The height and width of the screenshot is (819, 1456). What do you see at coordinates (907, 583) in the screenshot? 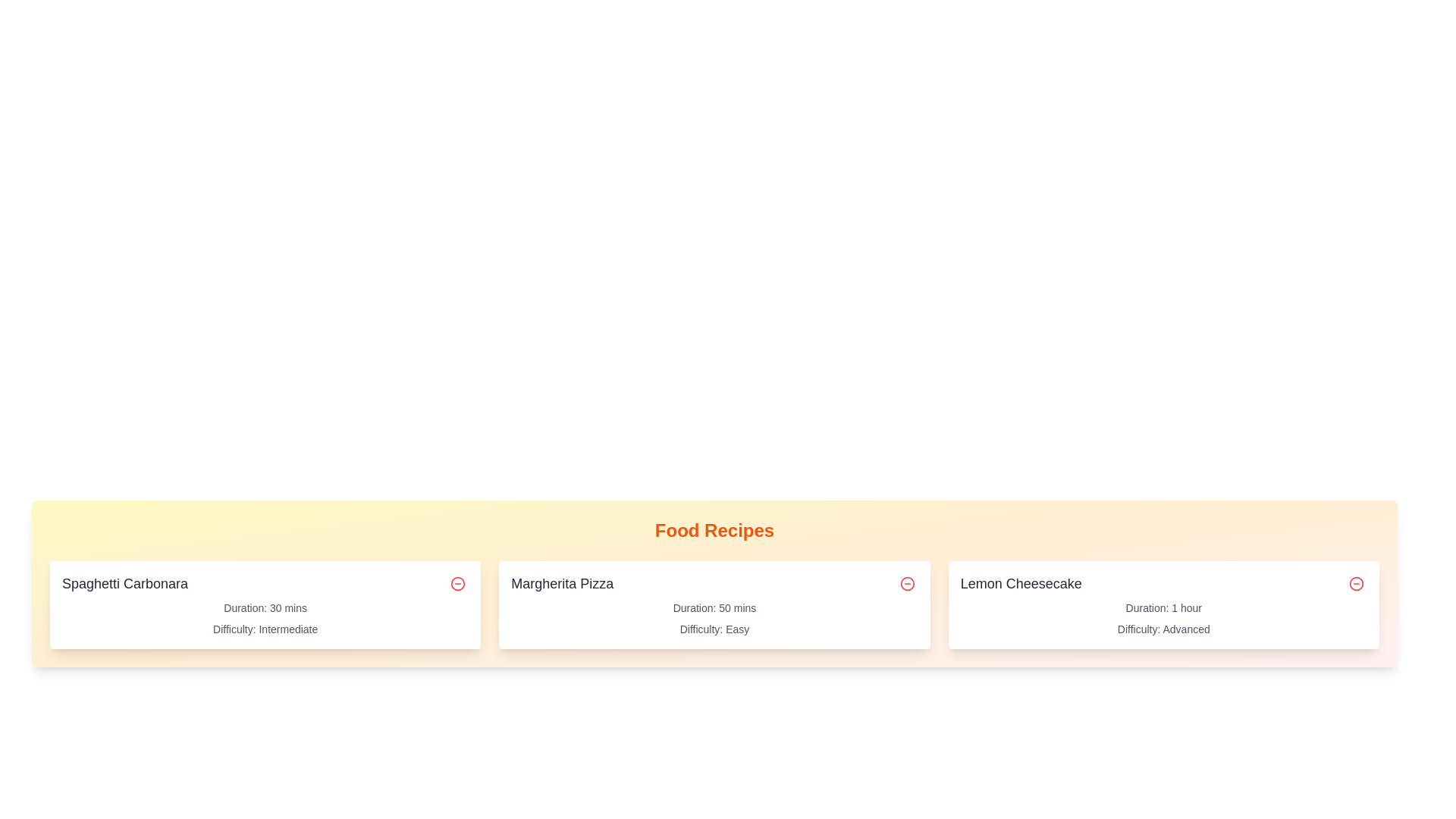
I see `the circular graphic of the minus icon for 'Margherita Pizza' in the 'Food Recipes' section by clicking on it` at bounding box center [907, 583].